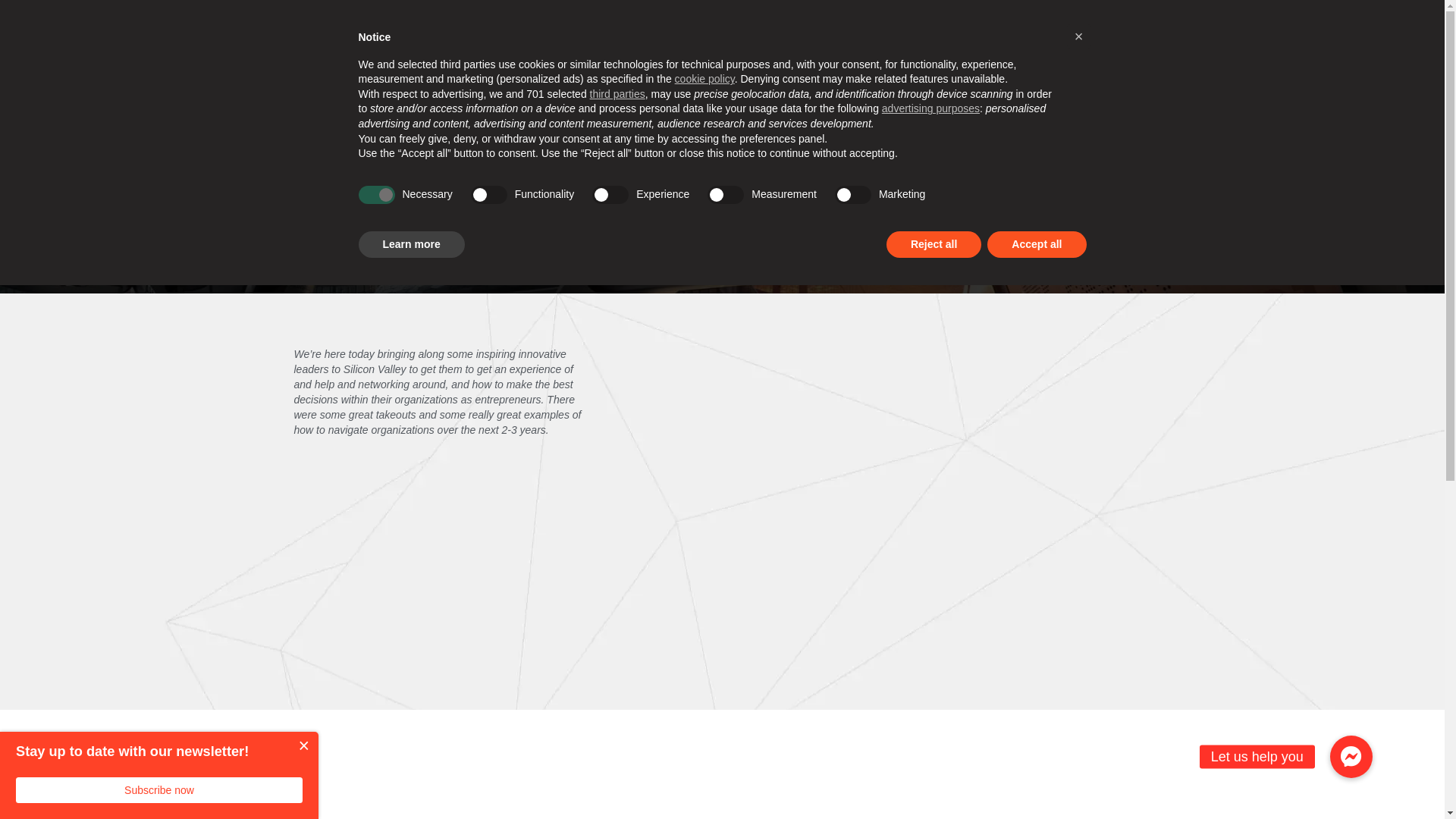  Describe the element at coordinates (1036, 244) in the screenshot. I see `'Accept all'` at that location.